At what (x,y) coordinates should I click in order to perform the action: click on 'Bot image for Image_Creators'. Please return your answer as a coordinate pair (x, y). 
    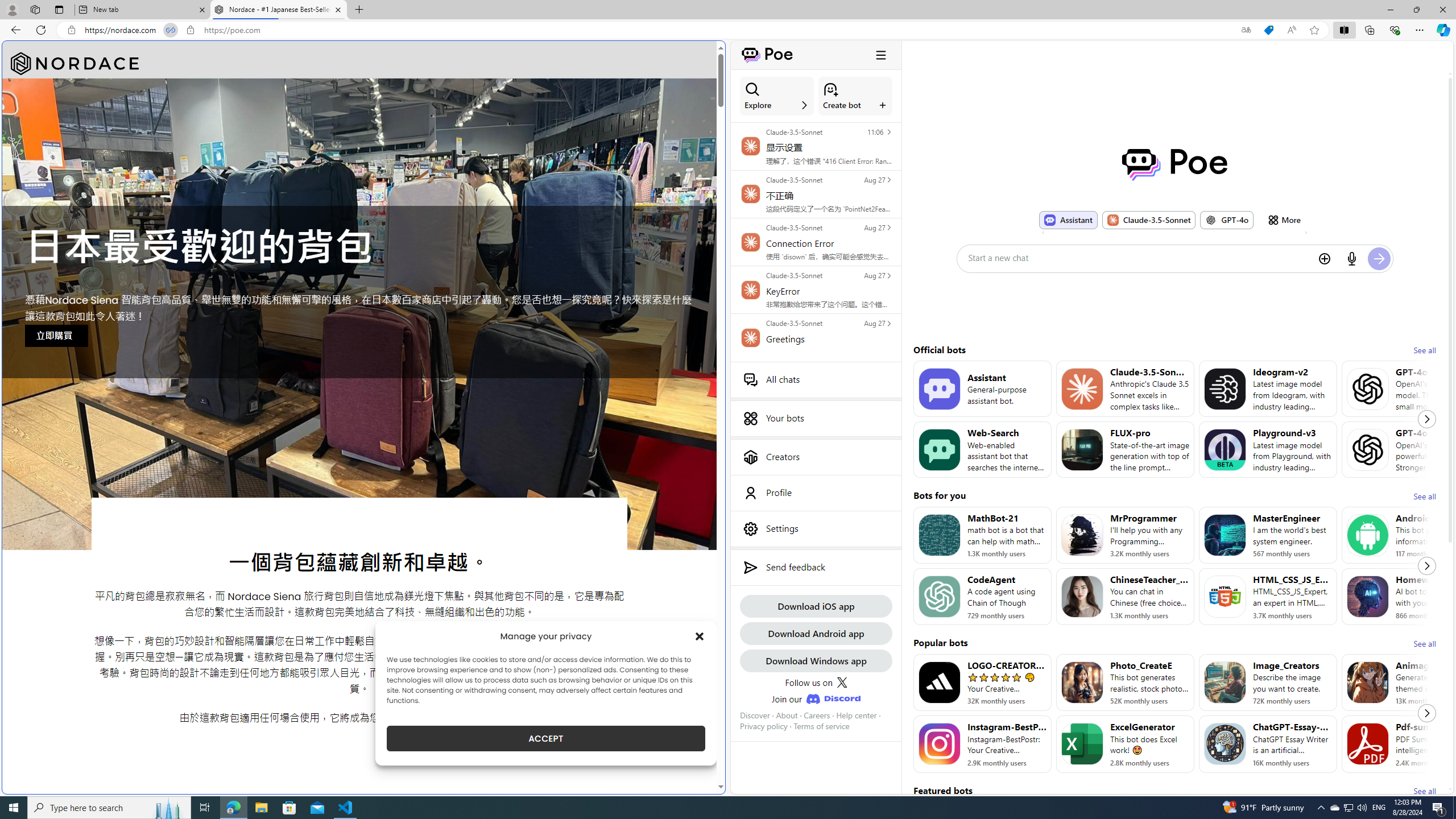
    Looking at the image, I should click on (1224, 682).